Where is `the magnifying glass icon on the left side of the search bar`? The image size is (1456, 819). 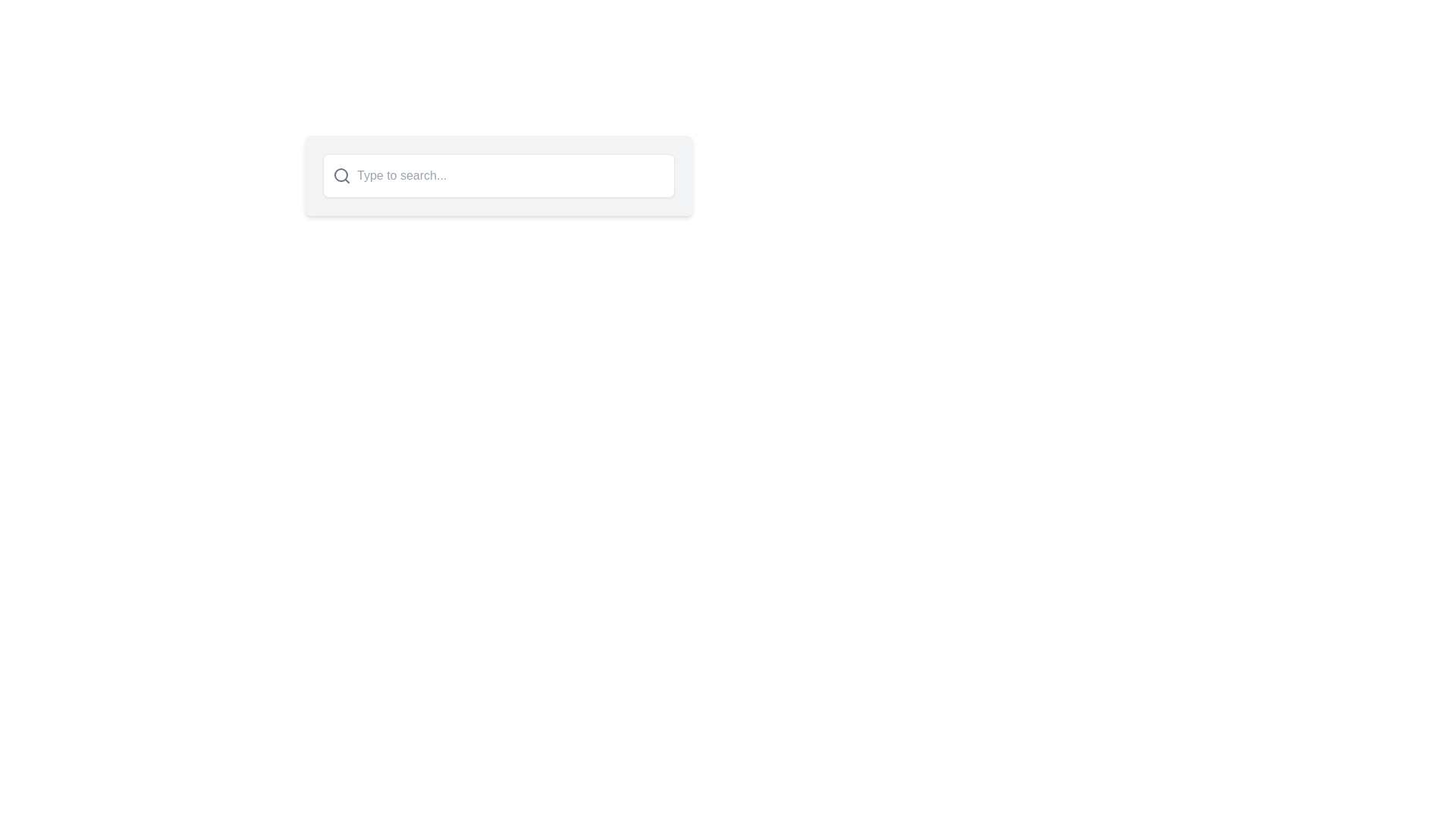 the magnifying glass icon on the left side of the search bar is located at coordinates (341, 174).